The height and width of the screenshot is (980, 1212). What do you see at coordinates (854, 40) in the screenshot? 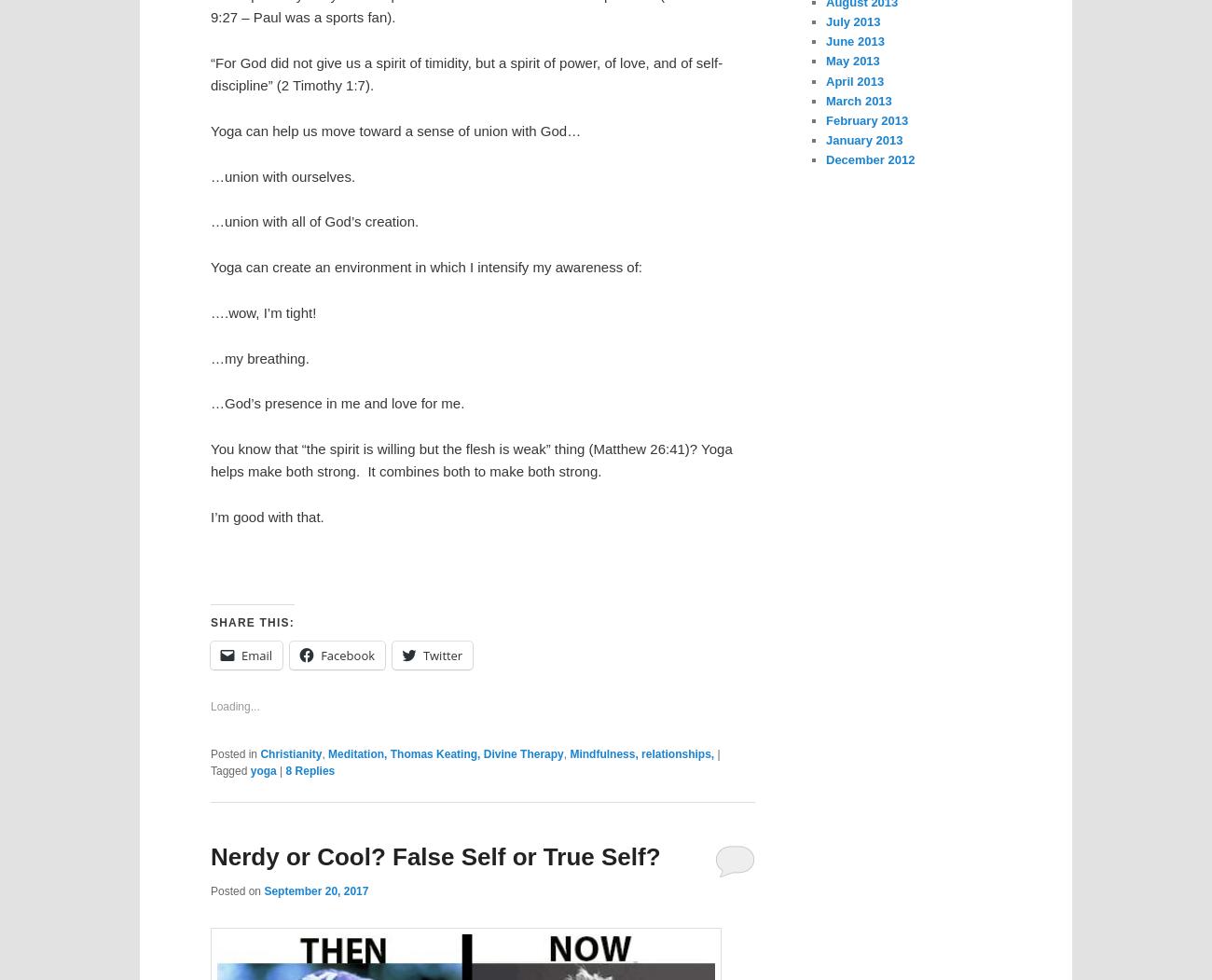
I see `'June 2013'` at bounding box center [854, 40].